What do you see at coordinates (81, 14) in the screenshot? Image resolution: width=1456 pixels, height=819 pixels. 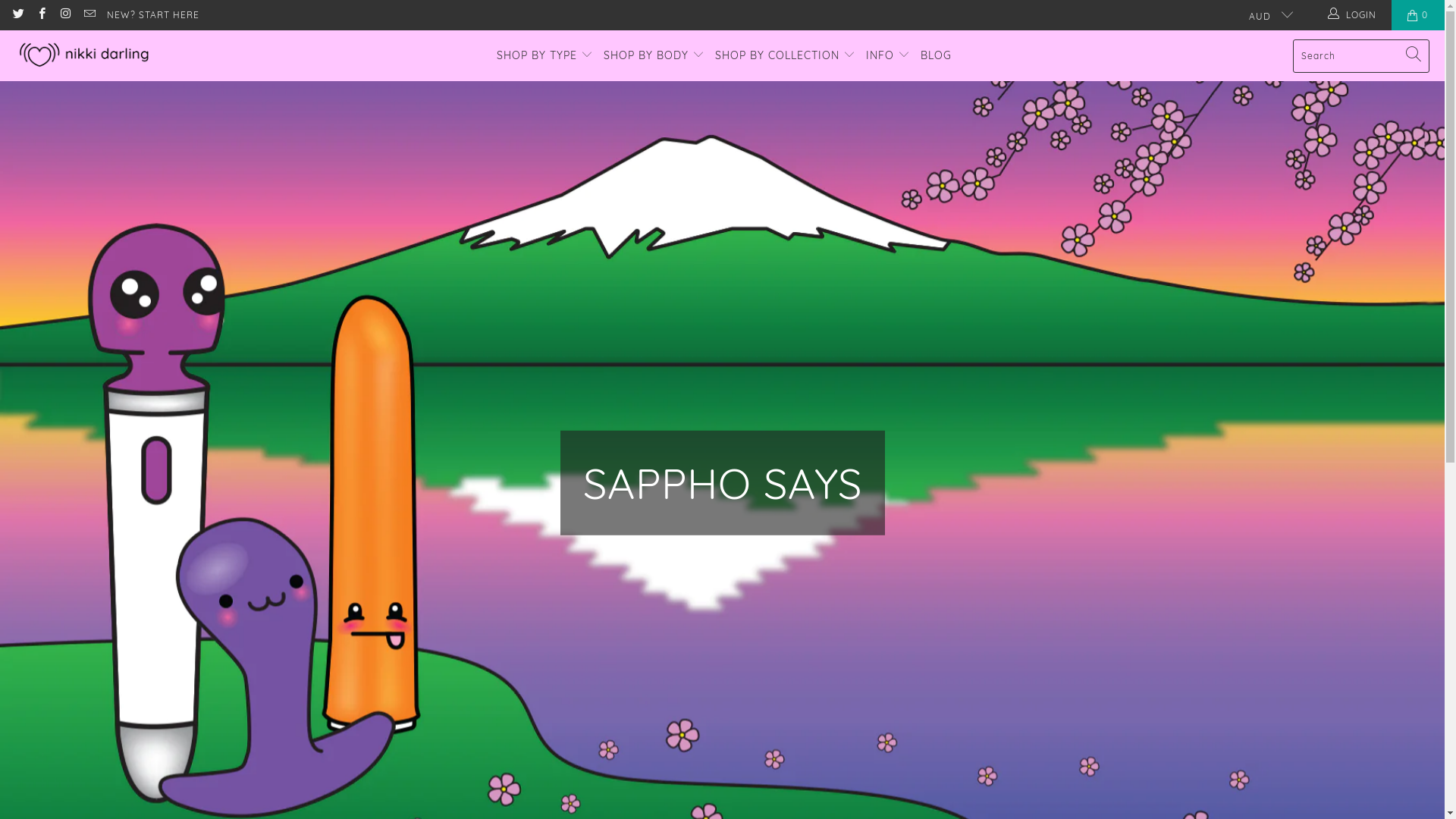 I see `'Email Nikki Darling'` at bounding box center [81, 14].